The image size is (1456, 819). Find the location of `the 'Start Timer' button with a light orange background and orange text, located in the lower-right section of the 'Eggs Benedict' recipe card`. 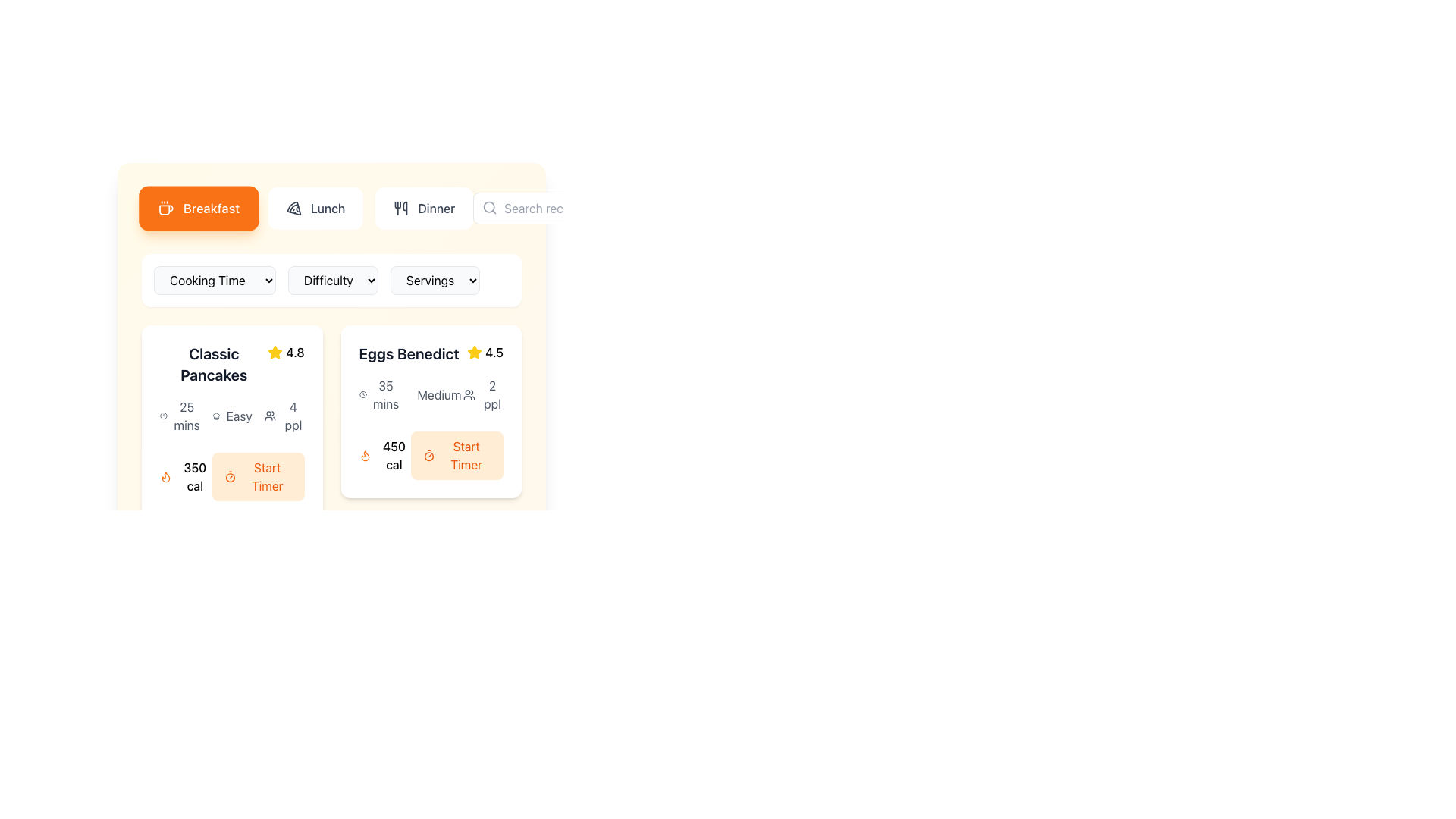

the 'Start Timer' button with a light orange background and orange text, located in the lower-right section of the 'Eggs Benedict' recipe card is located at coordinates (457, 455).